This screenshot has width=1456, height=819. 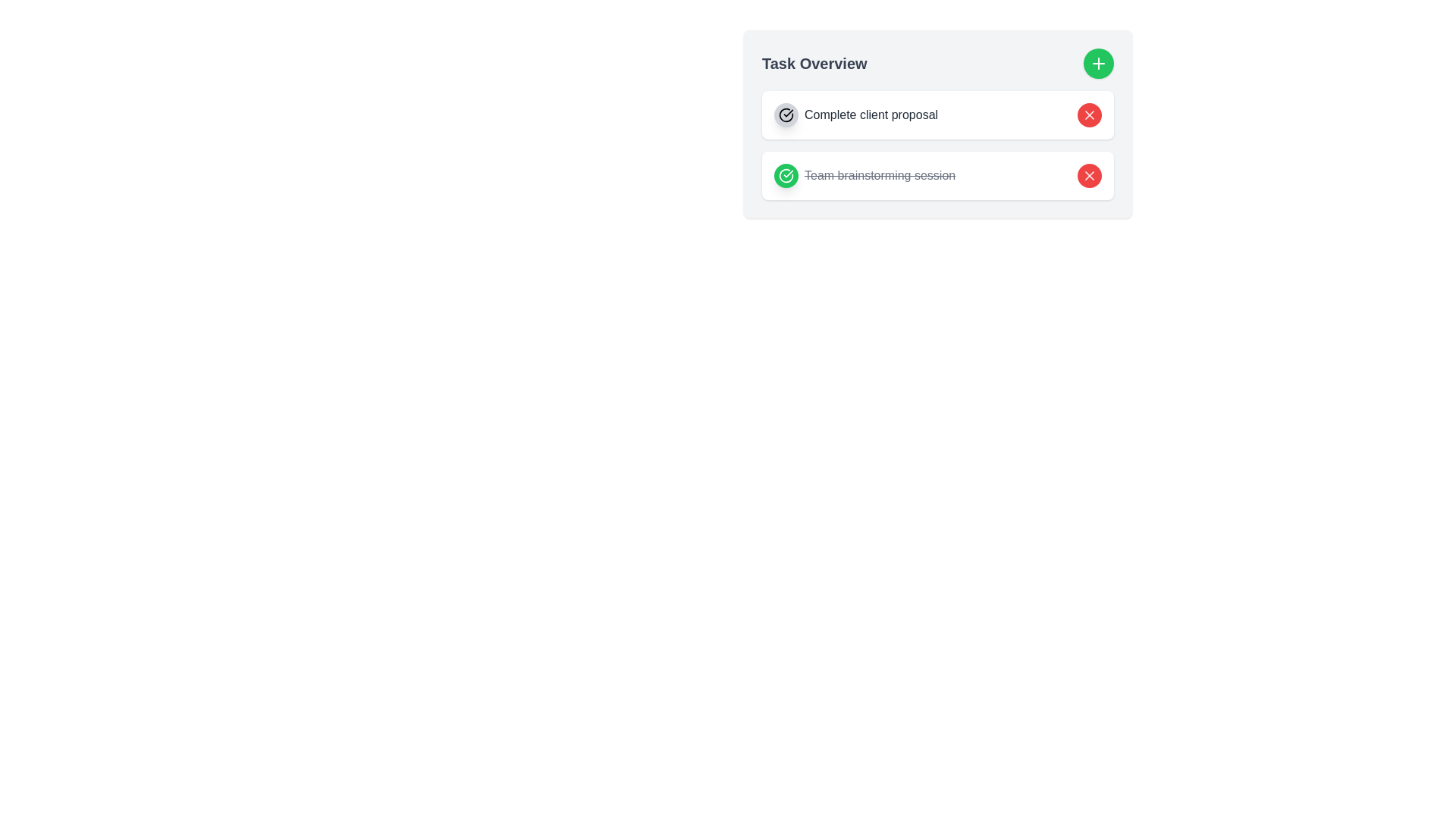 What do you see at coordinates (786, 114) in the screenshot?
I see `the circular outline of the checkmark icon within the SVG component located in the second list item next to 'Team brainstorming session'` at bounding box center [786, 114].